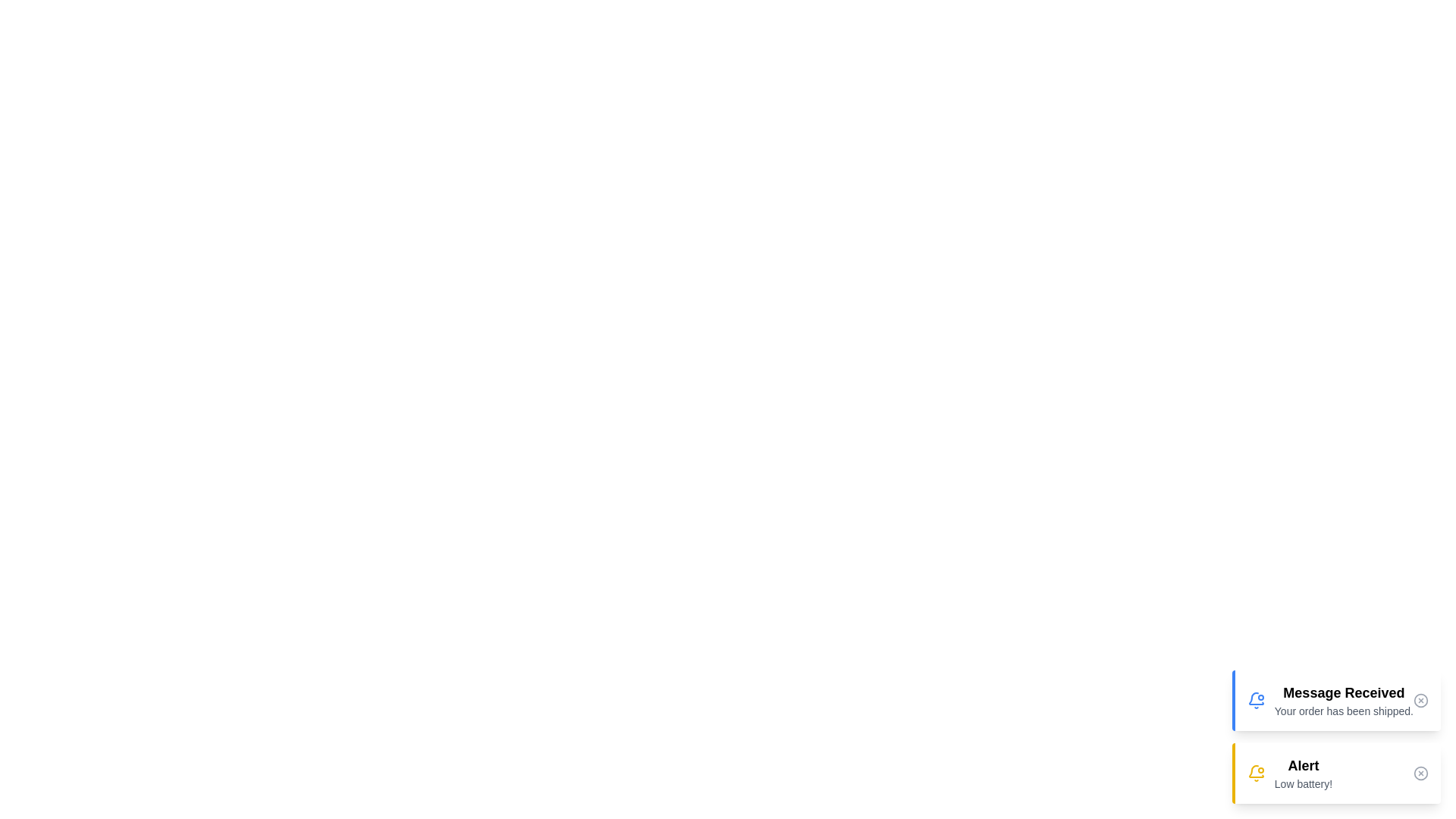 The height and width of the screenshot is (819, 1456). What do you see at coordinates (1335, 773) in the screenshot?
I see `the notification with title Alert` at bounding box center [1335, 773].